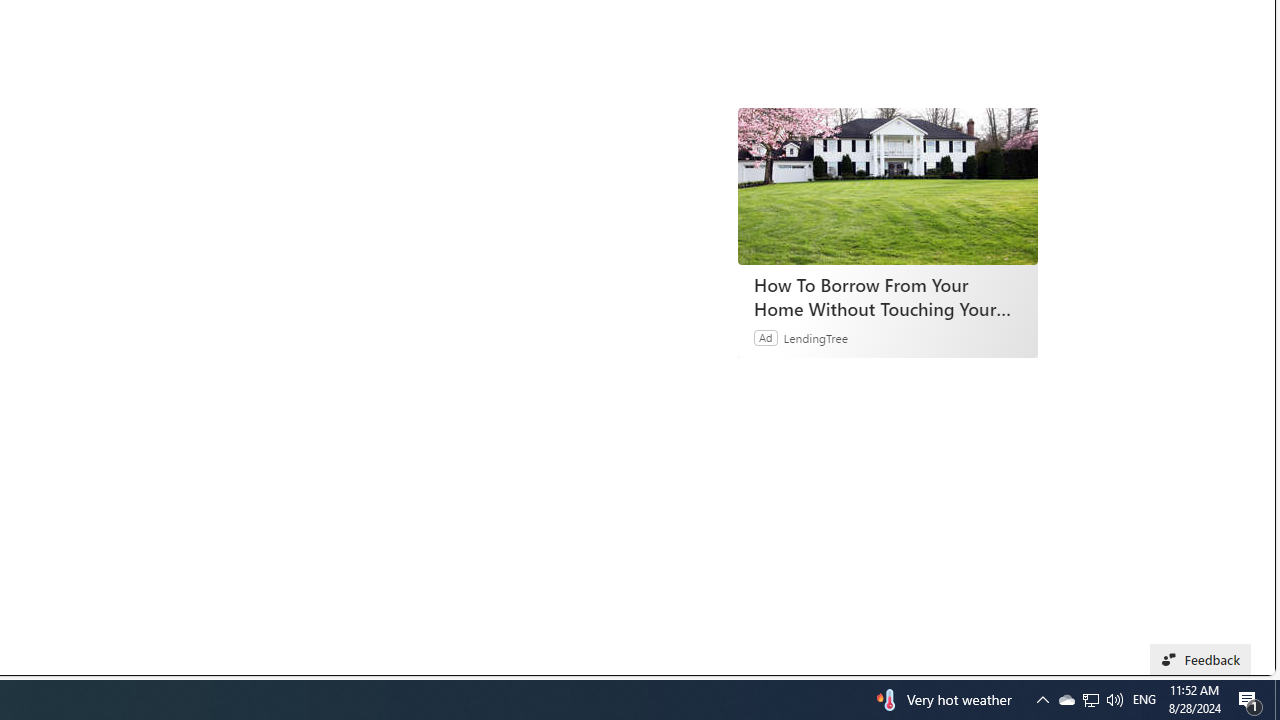  Describe the element at coordinates (887, 186) in the screenshot. I see `'How To Borrow From Your Home Without Touching Your Mortgage'` at that location.